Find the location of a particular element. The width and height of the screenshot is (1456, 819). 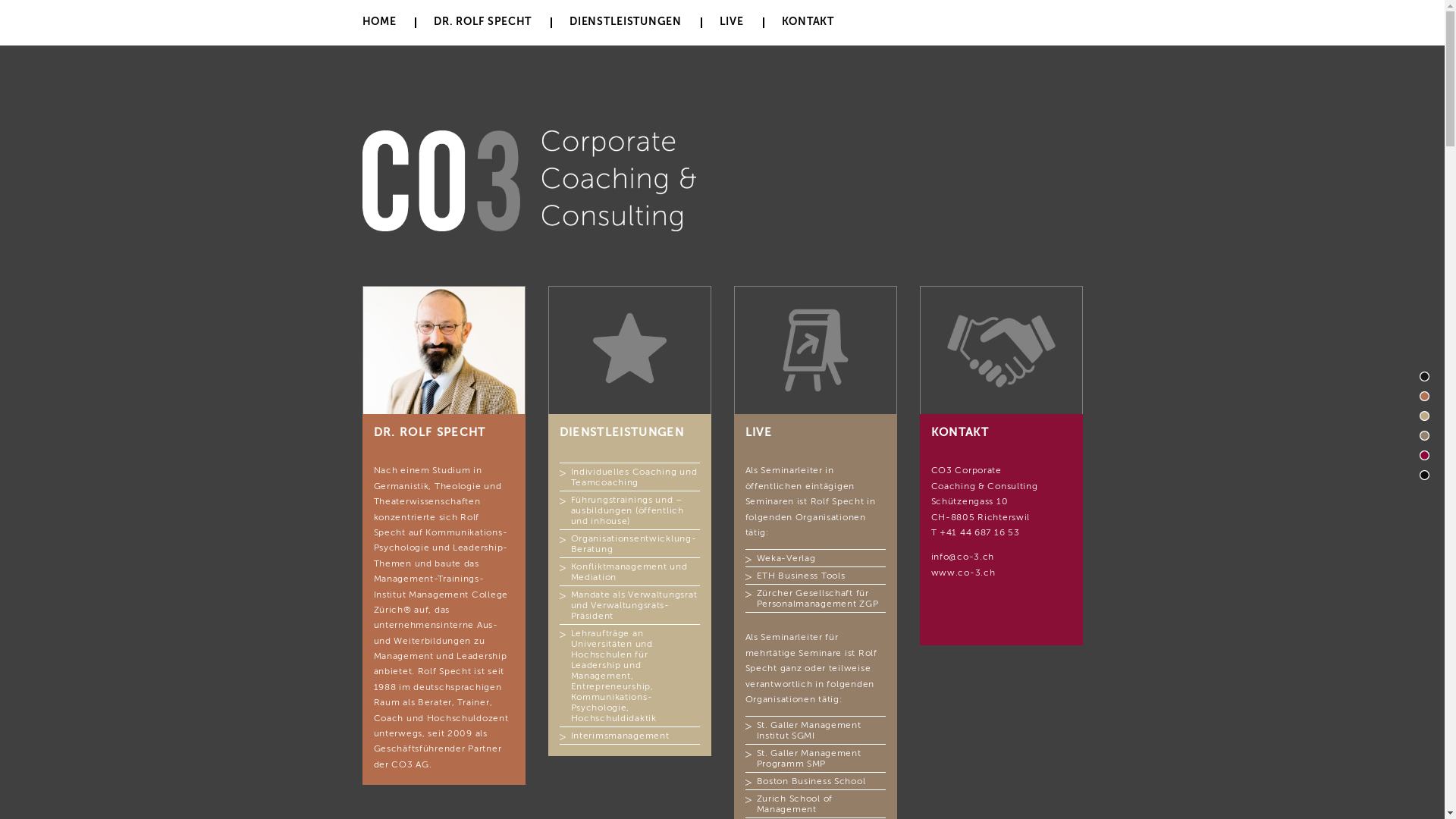

'info@co-3.ch' is located at coordinates (962, 556).